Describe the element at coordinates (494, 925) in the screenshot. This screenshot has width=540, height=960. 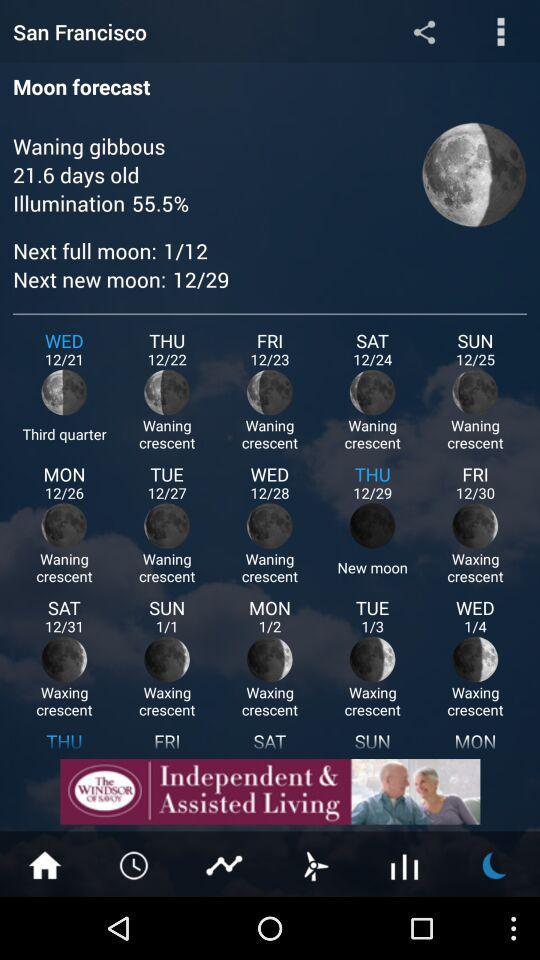
I see `the weather icon` at that location.